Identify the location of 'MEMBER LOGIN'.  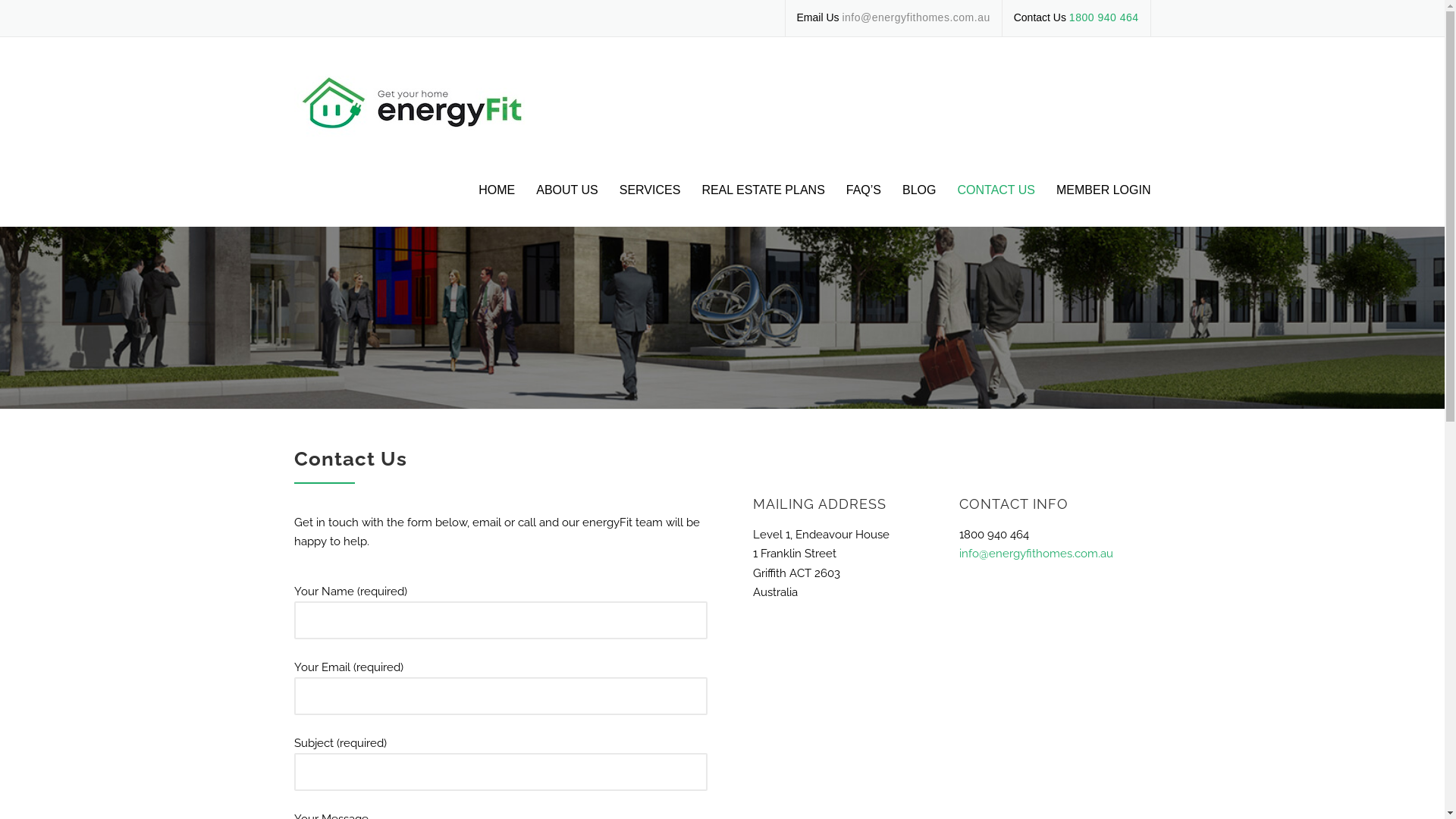
(1044, 202).